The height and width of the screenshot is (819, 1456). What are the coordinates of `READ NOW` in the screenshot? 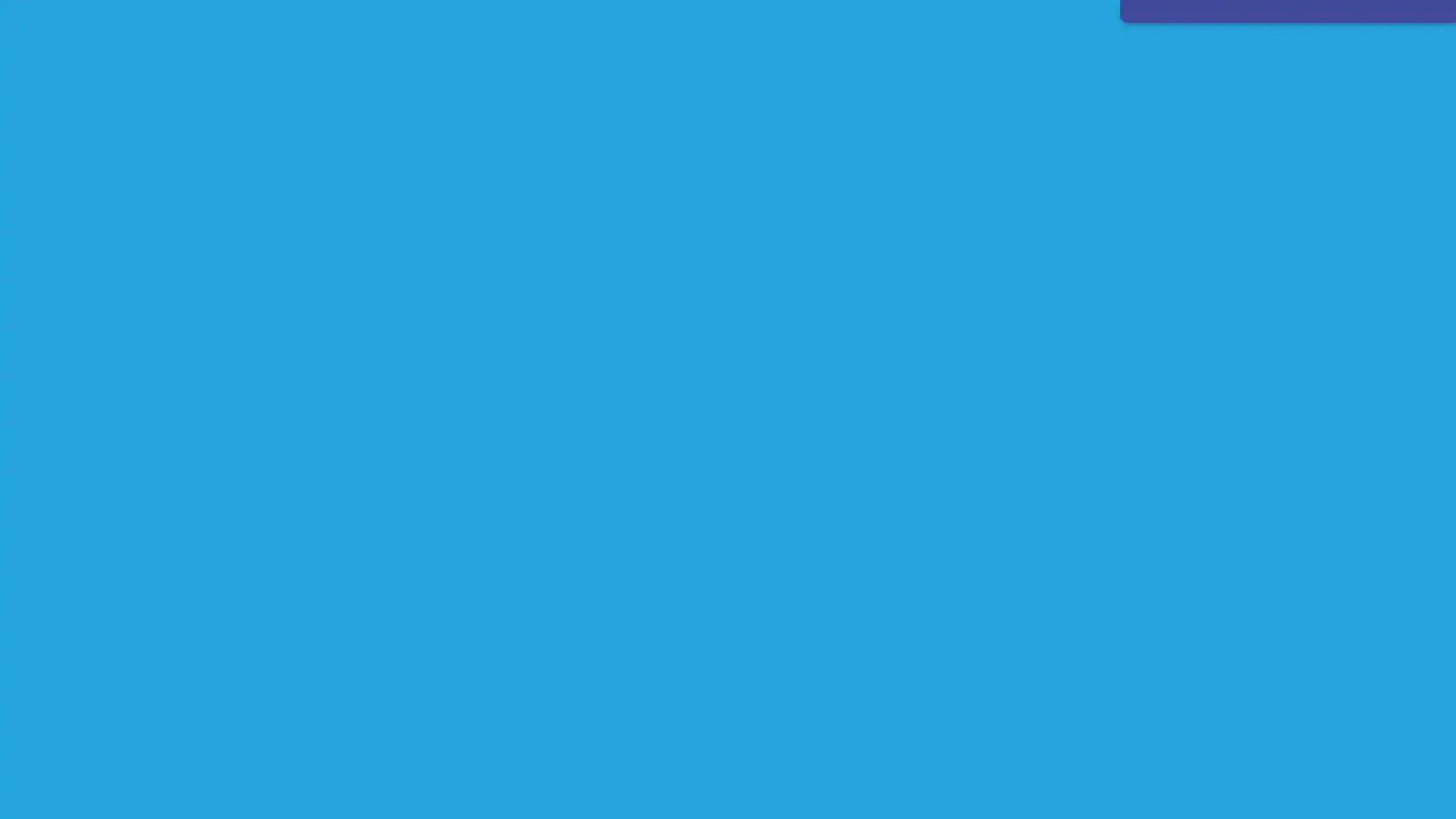 It's located at (625, 634).